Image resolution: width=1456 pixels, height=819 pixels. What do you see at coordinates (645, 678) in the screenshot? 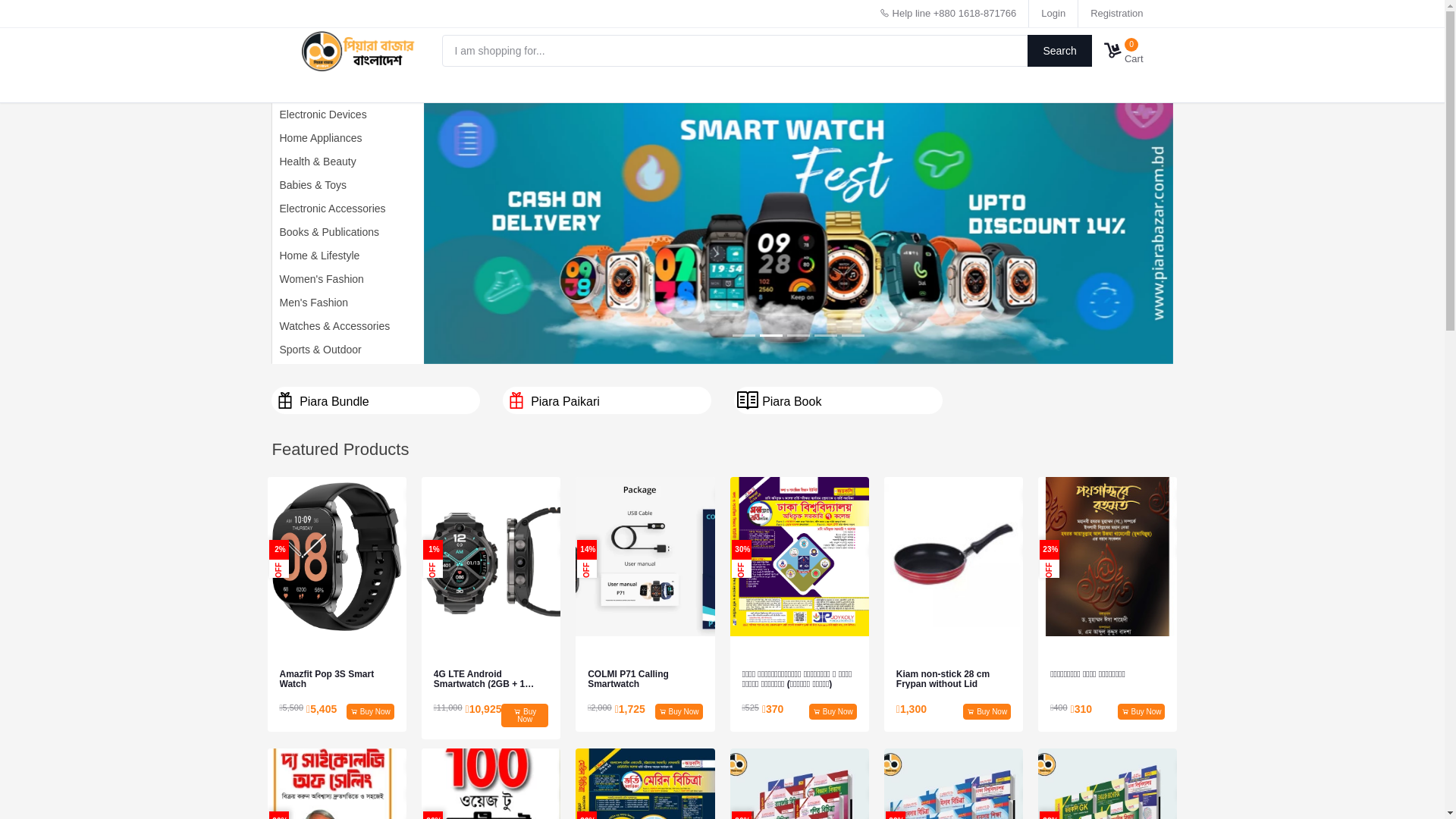
I see `'COLMI P71 Calling Smartwatch'` at bounding box center [645, 678].